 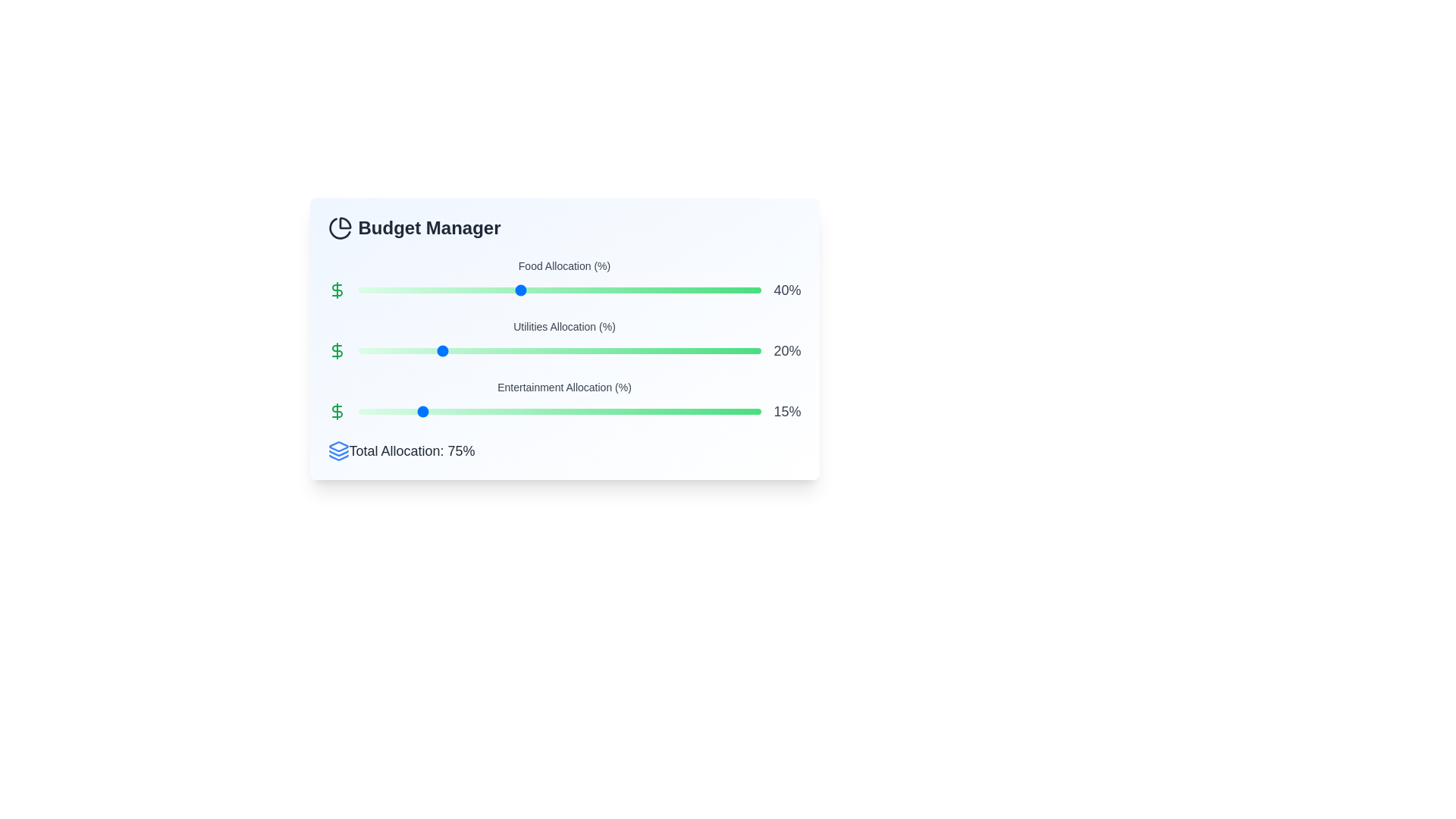 What do you see at coordinates (361, 290) in the screenshot?
I see `the Food Allocation slider to 1%` at bounding box center [361, 290].